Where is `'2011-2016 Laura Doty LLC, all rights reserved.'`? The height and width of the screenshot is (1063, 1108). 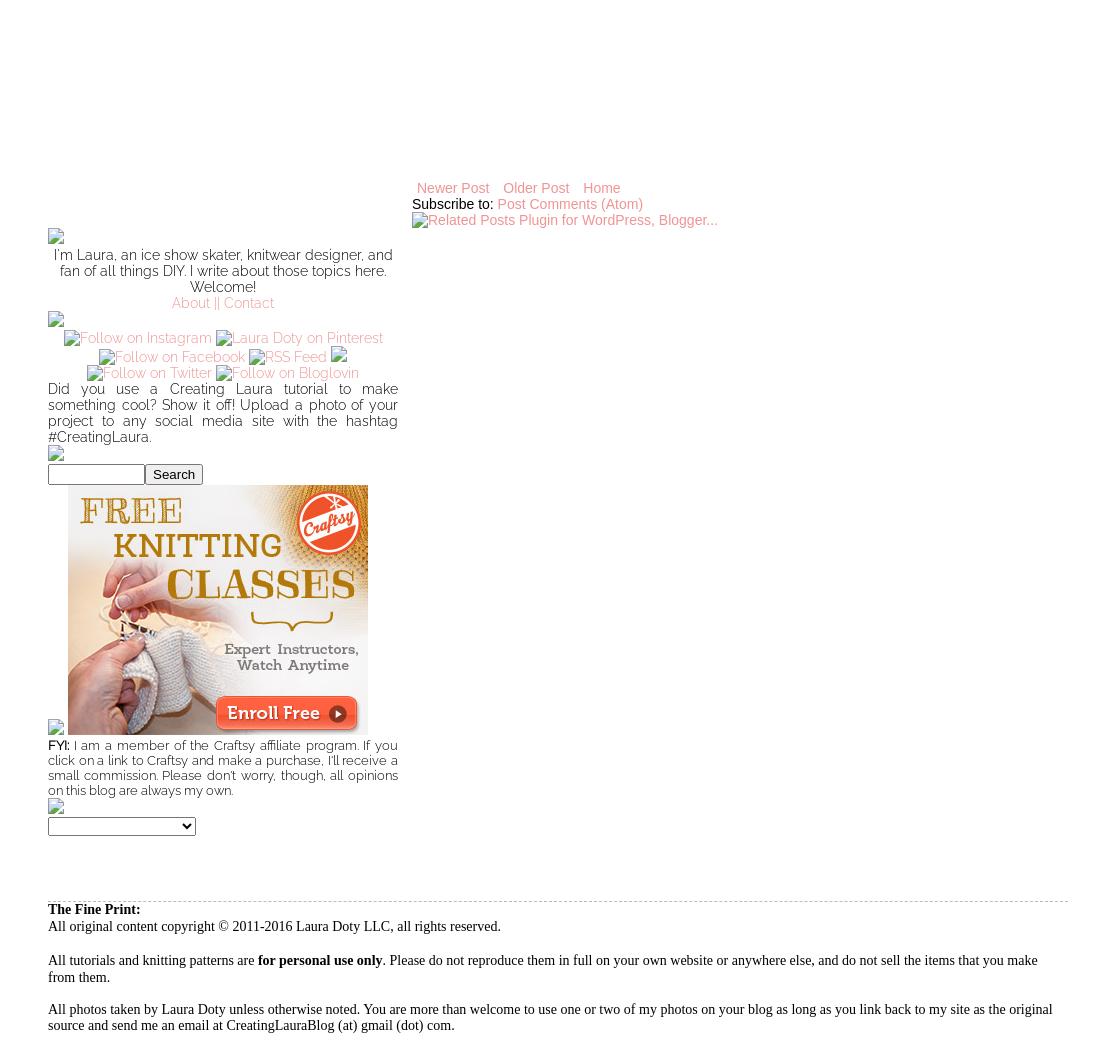 '2011-2016 Laura Doty LLC, all rights reserved.' is located at coordinates (362, 925).